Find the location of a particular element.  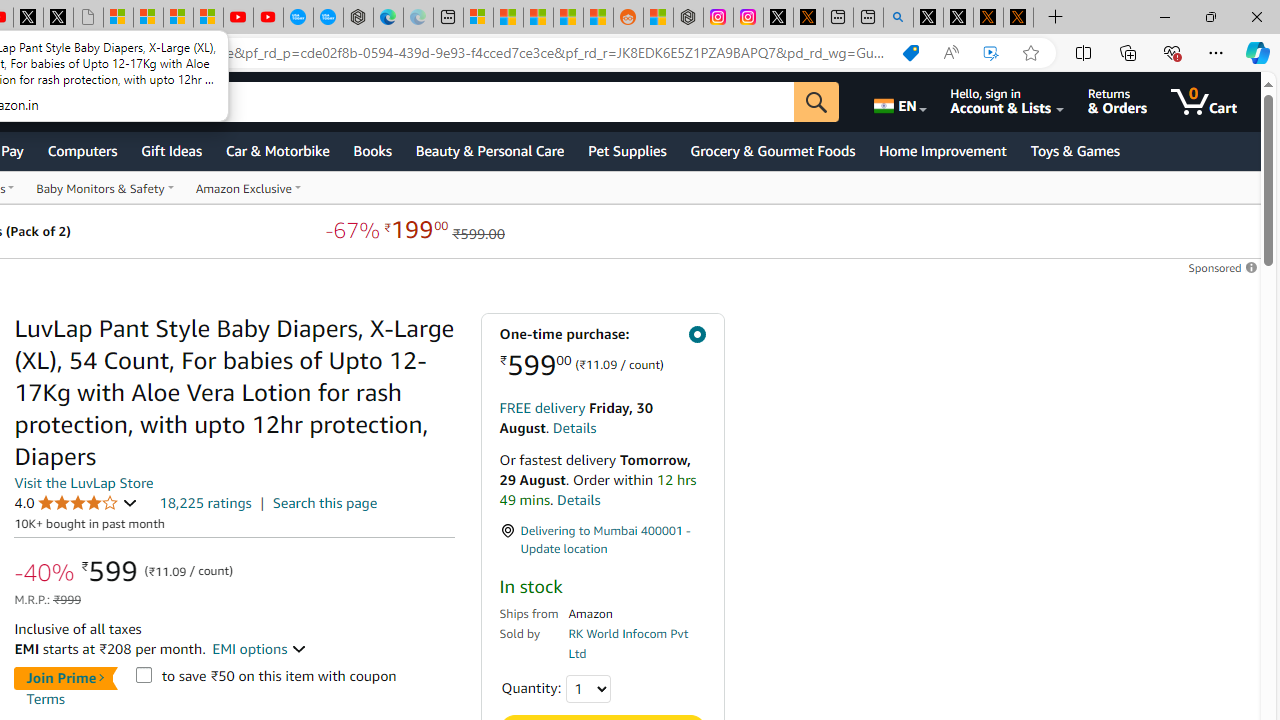

'Nordace - Nordace has arrived Hong Kong' is located at coordinates (358, 17).